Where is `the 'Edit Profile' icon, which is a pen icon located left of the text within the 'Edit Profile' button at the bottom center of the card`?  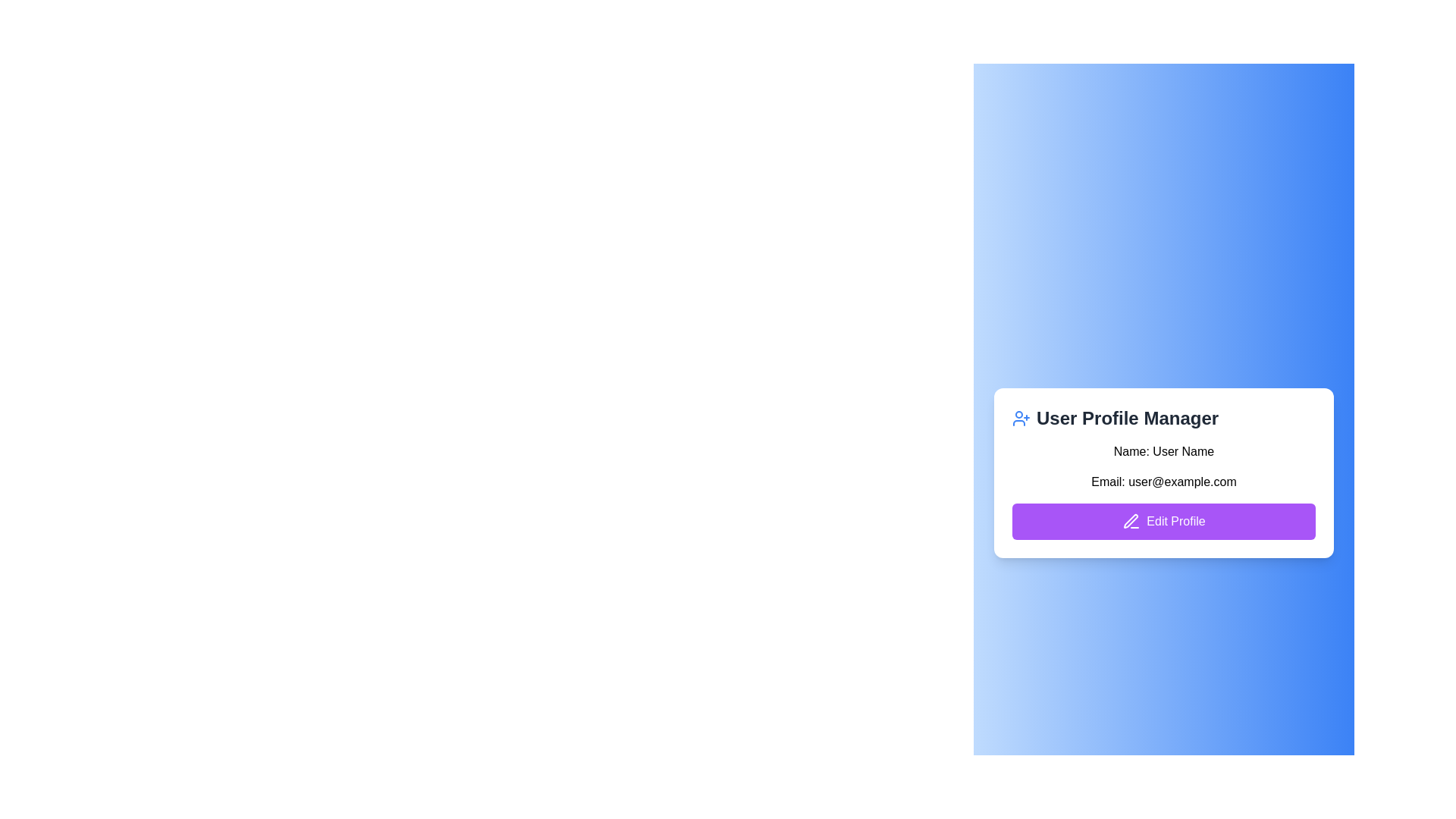
the 'Edit Profile' icon, which is a pen icon located left of the text within the 'Edit Profile' button at the bottom center of the card is located at coordinates (1131, 520).